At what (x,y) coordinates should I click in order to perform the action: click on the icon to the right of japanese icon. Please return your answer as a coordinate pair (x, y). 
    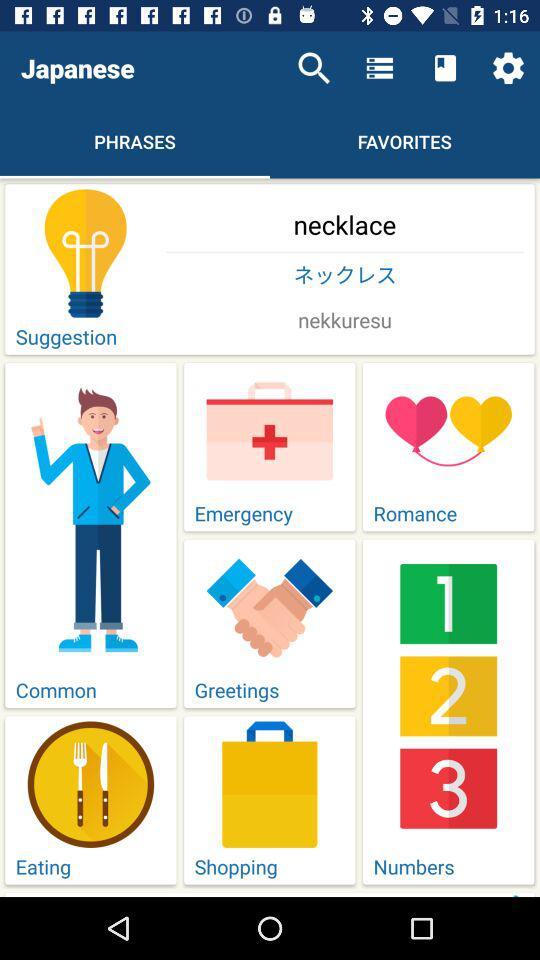
    Looking at the image, I should click on (314, 68).